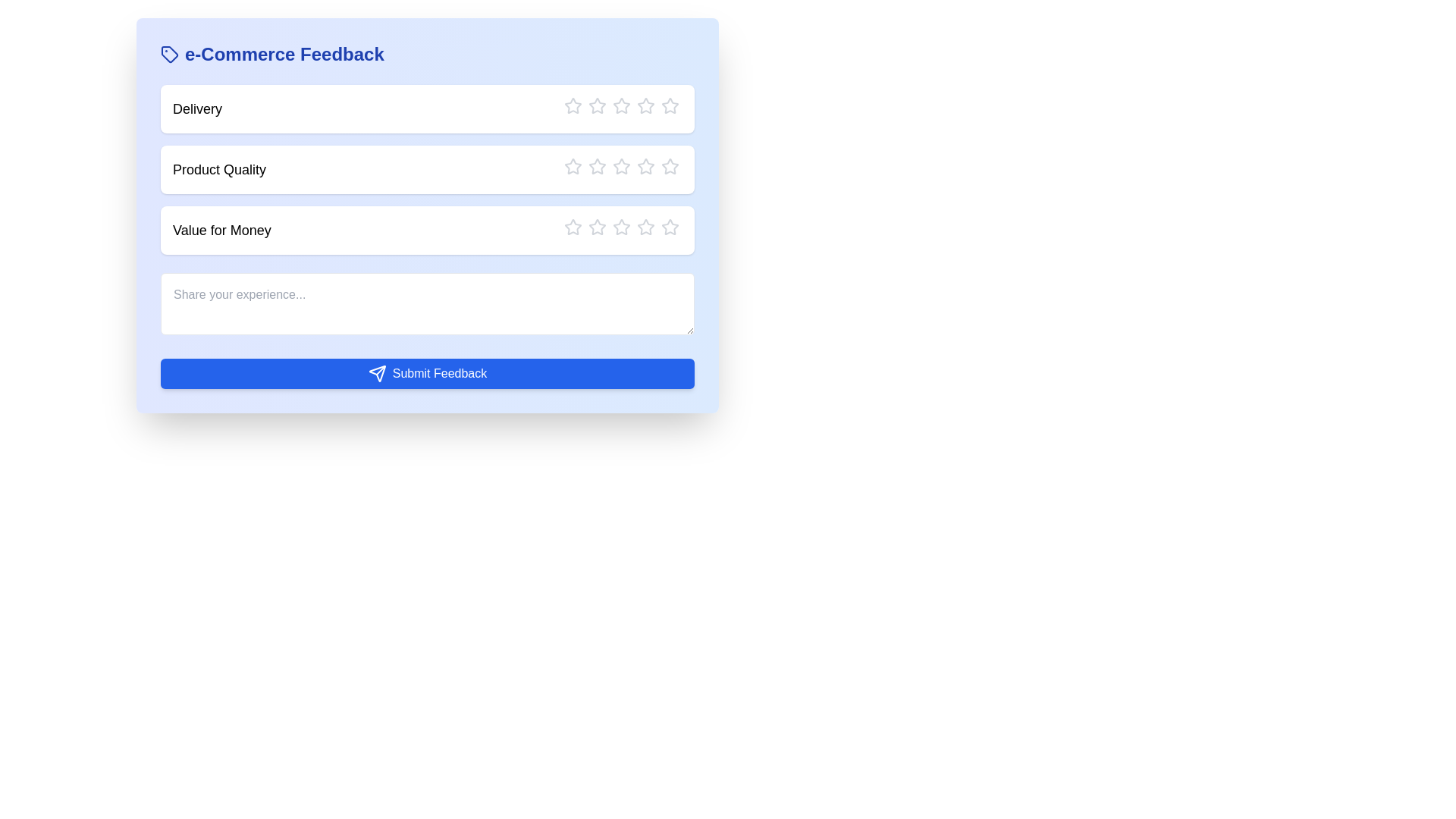 The height and width of the screenshot is (819, 1456). Describe the element at coordinates (588, 227) in the screenshot. I see `the star corresponding to the rating 2 for the category Value for Money` at that location.